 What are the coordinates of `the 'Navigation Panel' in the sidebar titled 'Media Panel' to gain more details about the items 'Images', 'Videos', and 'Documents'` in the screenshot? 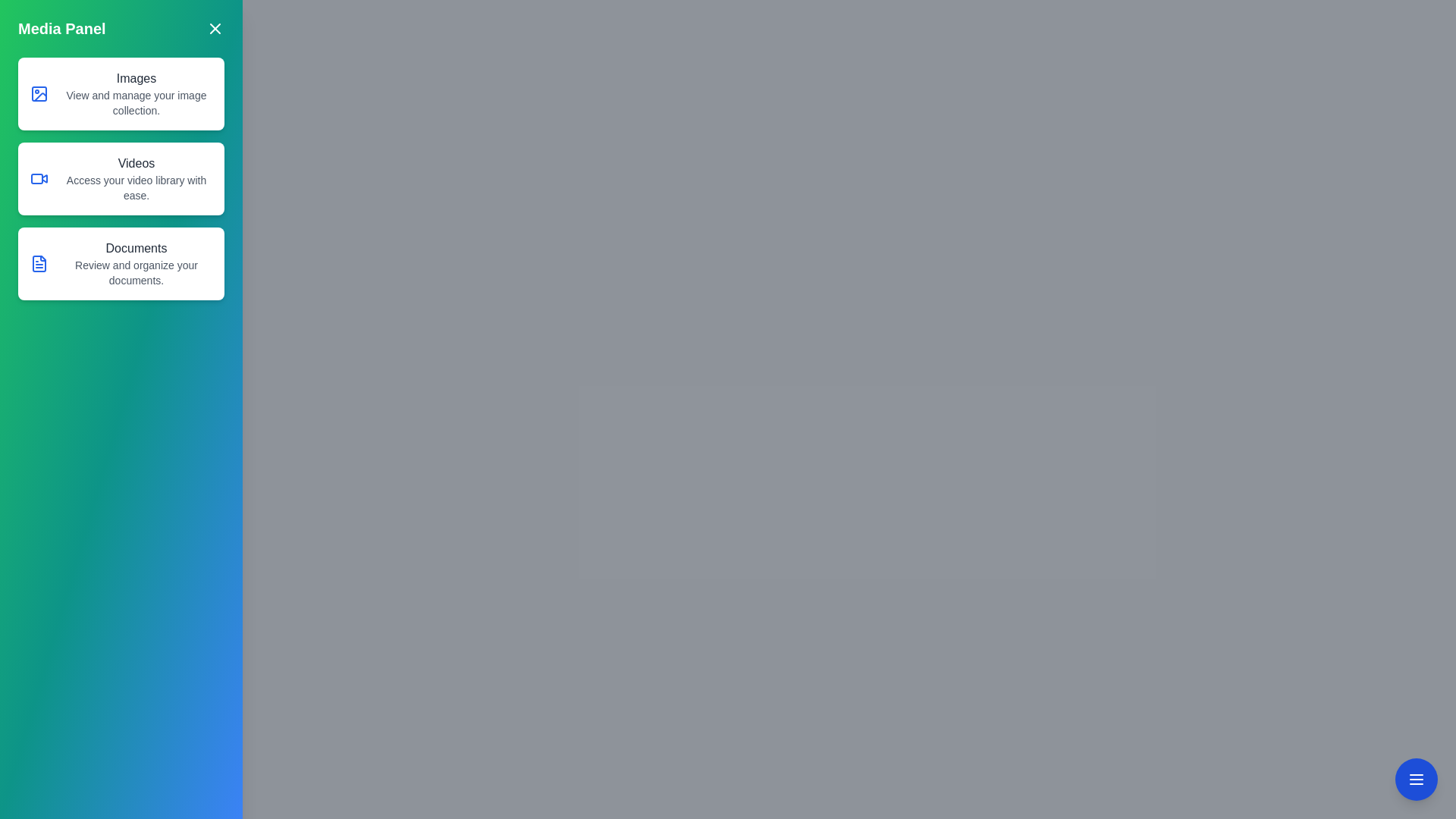 It's located at (120, 177).